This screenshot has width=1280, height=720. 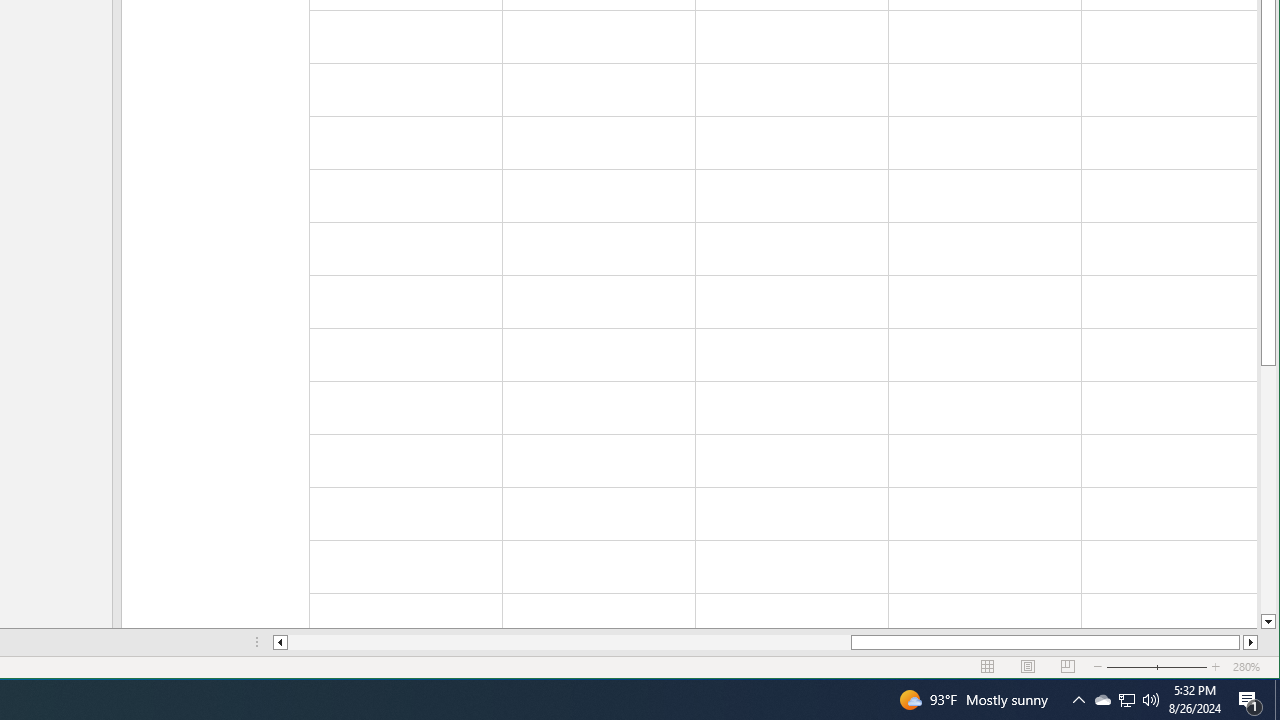 What do you see at coordinates (988, 667) in the screenshot?
I see `'Normal'` at bounding box center [988, 667].